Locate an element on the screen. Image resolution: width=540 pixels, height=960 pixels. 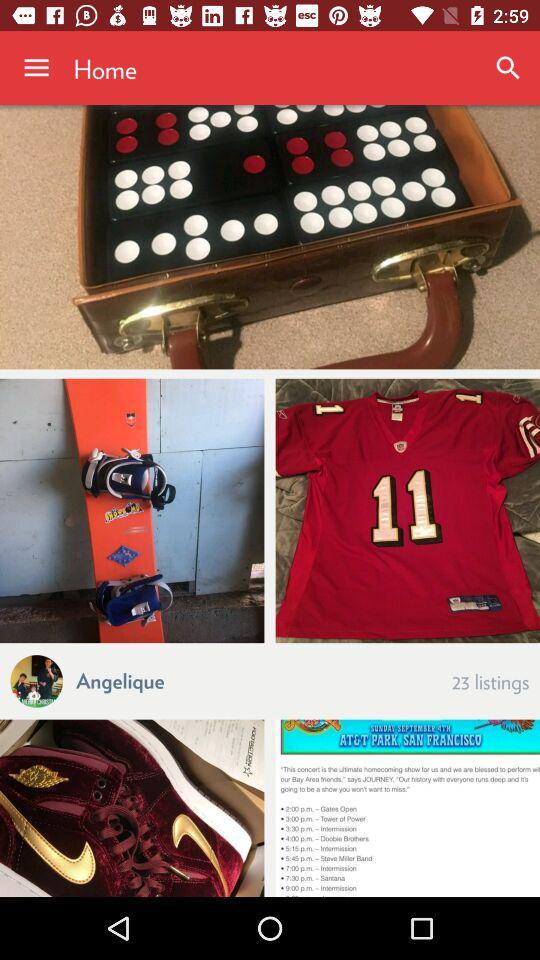
item above a icon is located at coordinates (132, 509).